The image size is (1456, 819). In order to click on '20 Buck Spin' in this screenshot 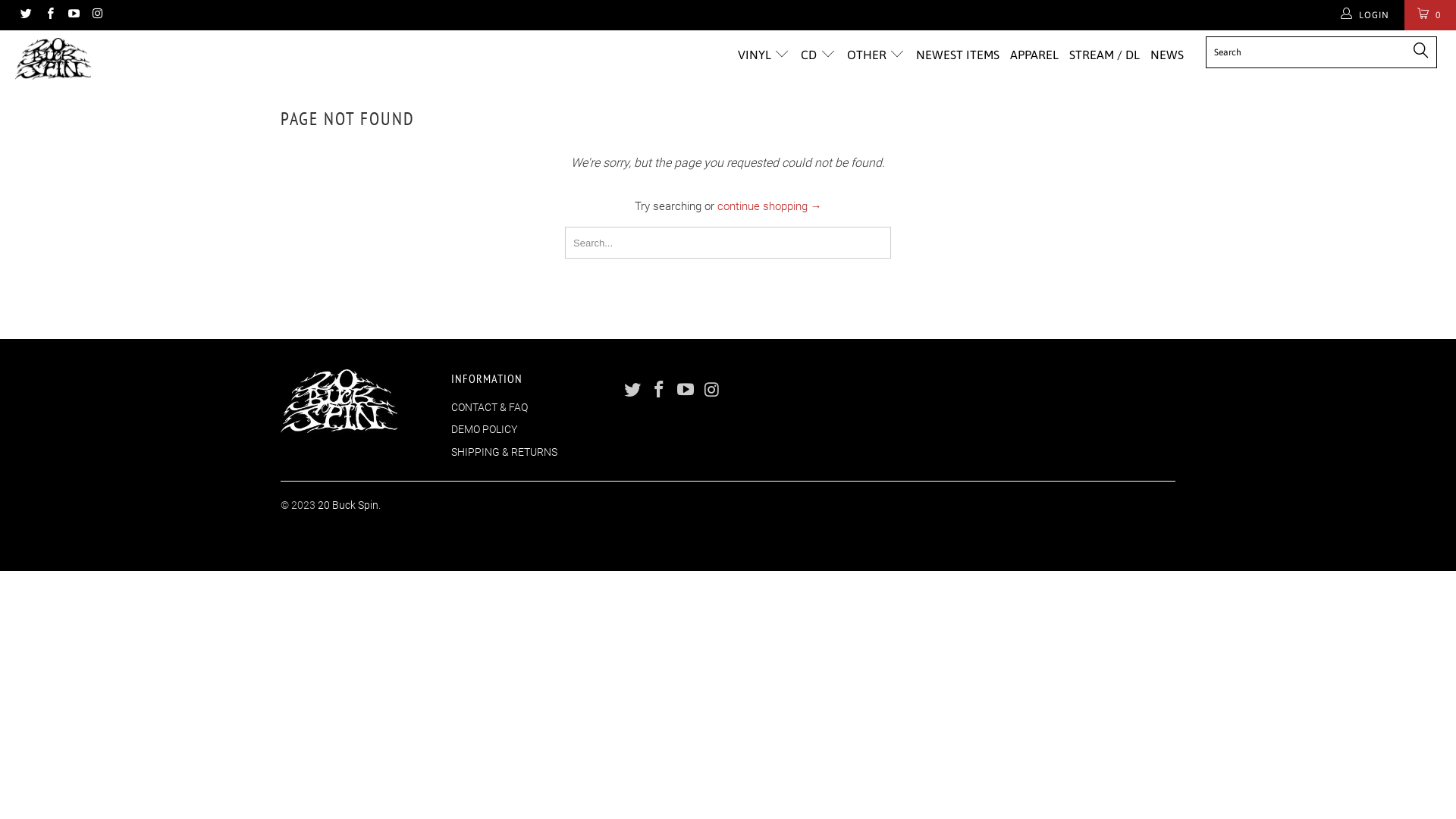, I will do `click(347, 505)`.